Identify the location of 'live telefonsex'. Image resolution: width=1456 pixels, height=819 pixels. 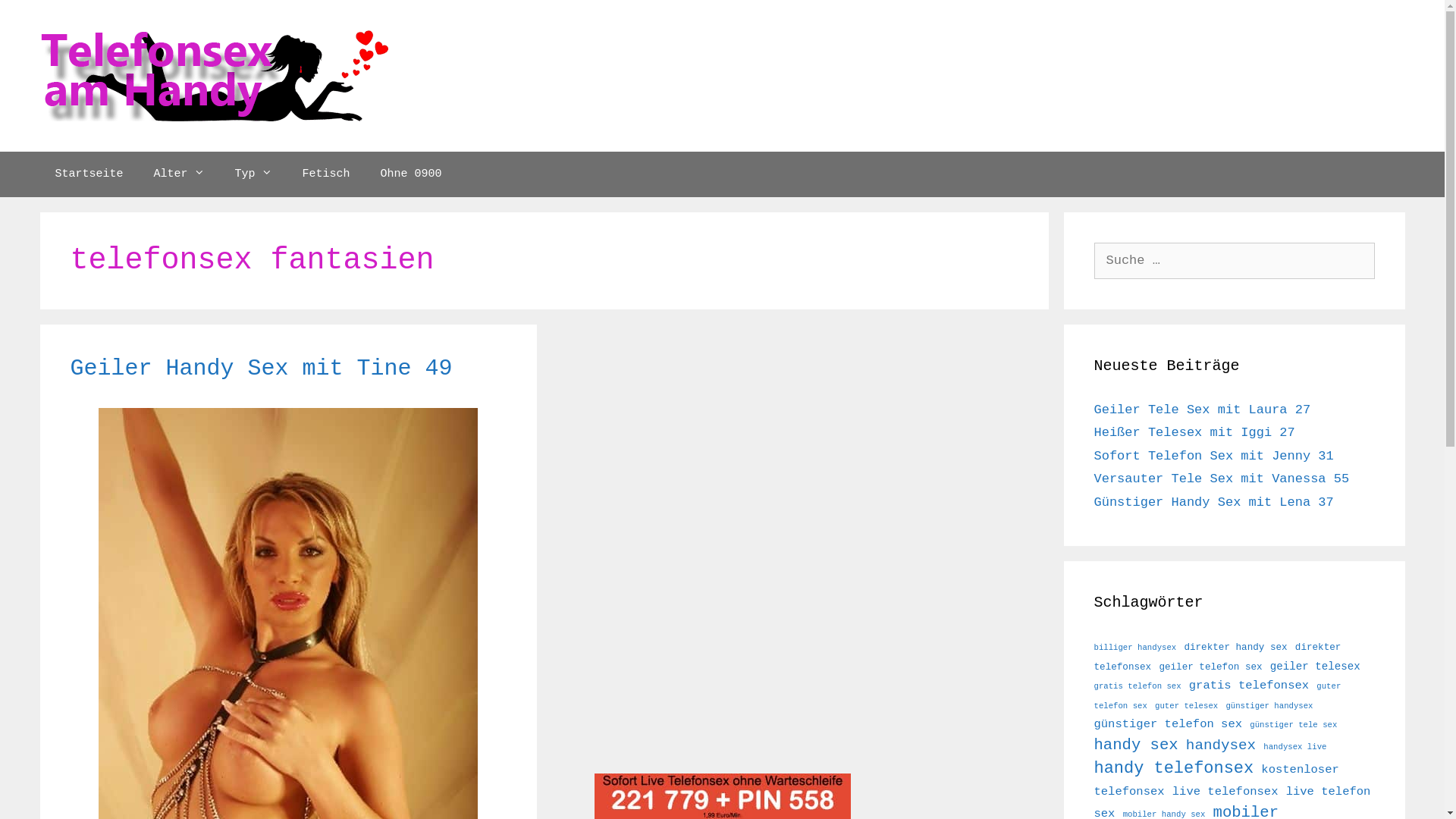
(1171, 791).